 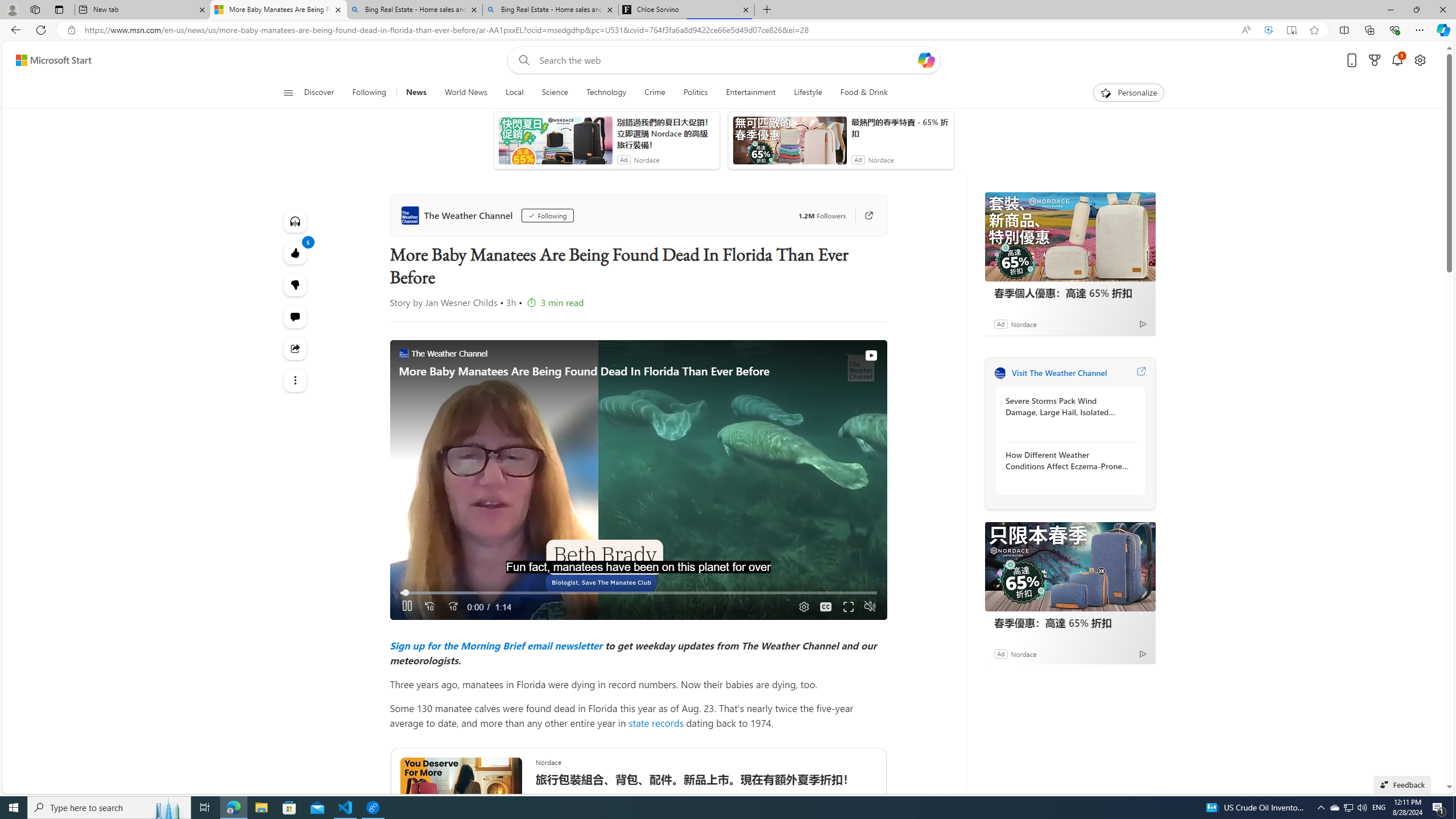 I want to click on 'Unmute', so click(x=869, y=606).